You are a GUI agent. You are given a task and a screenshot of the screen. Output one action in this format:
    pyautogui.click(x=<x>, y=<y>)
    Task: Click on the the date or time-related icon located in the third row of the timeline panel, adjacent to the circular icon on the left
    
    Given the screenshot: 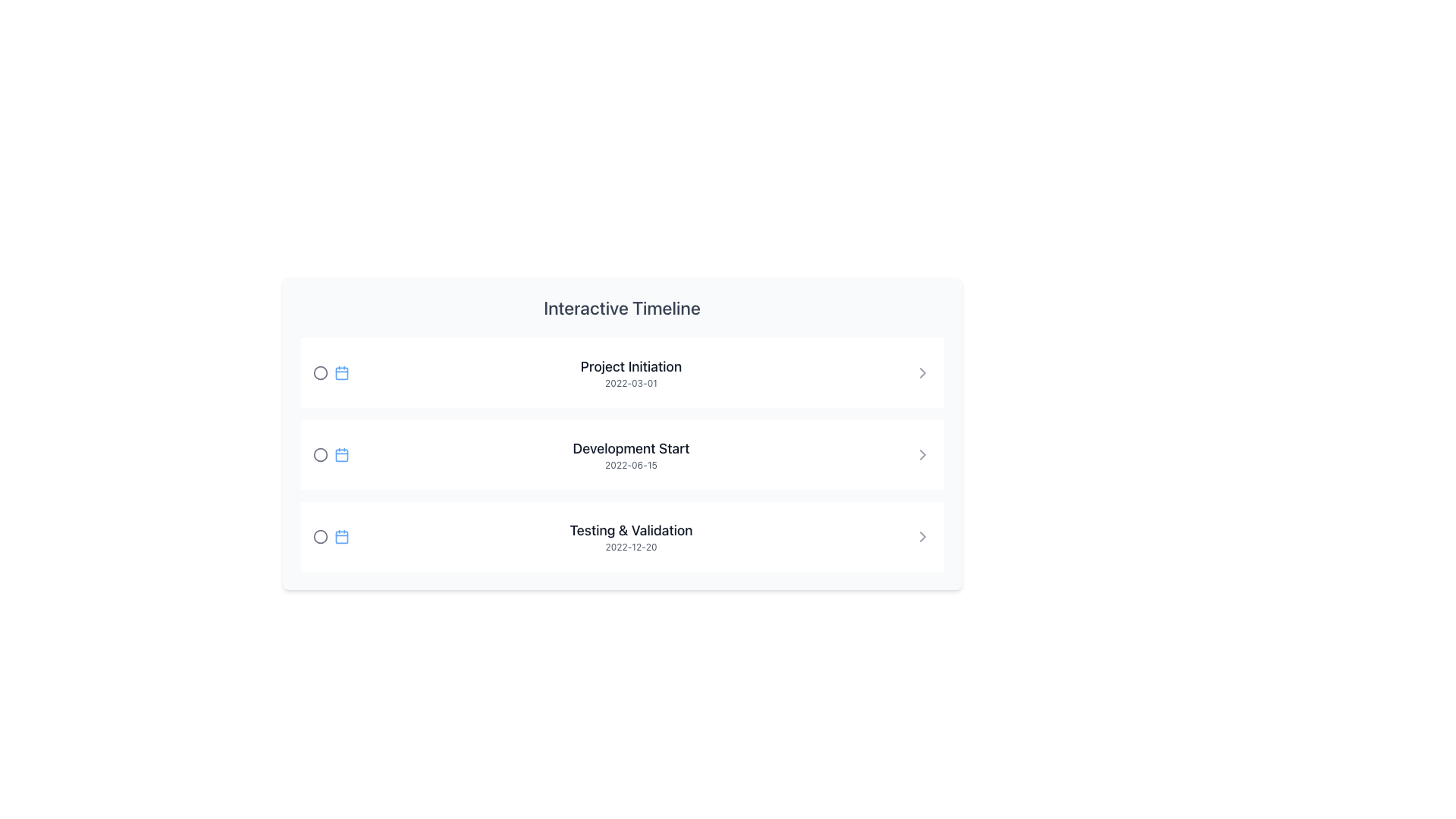 What is the action you would take?
    pyautogui.click(x=340, y=536)
    